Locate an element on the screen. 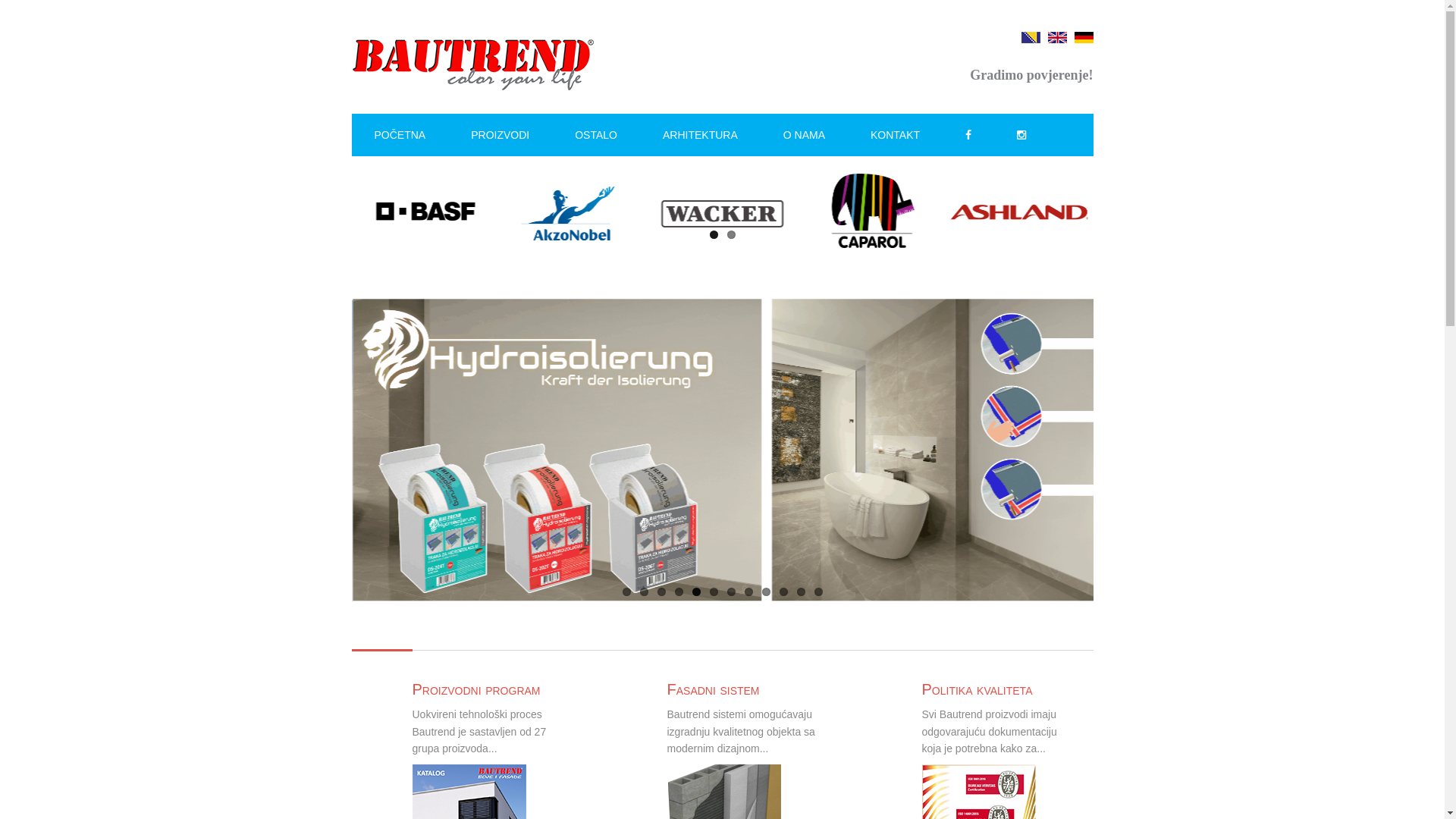 The height and width of the screenshot is (819, 1456). '2' is located at coordinates (644, 591).